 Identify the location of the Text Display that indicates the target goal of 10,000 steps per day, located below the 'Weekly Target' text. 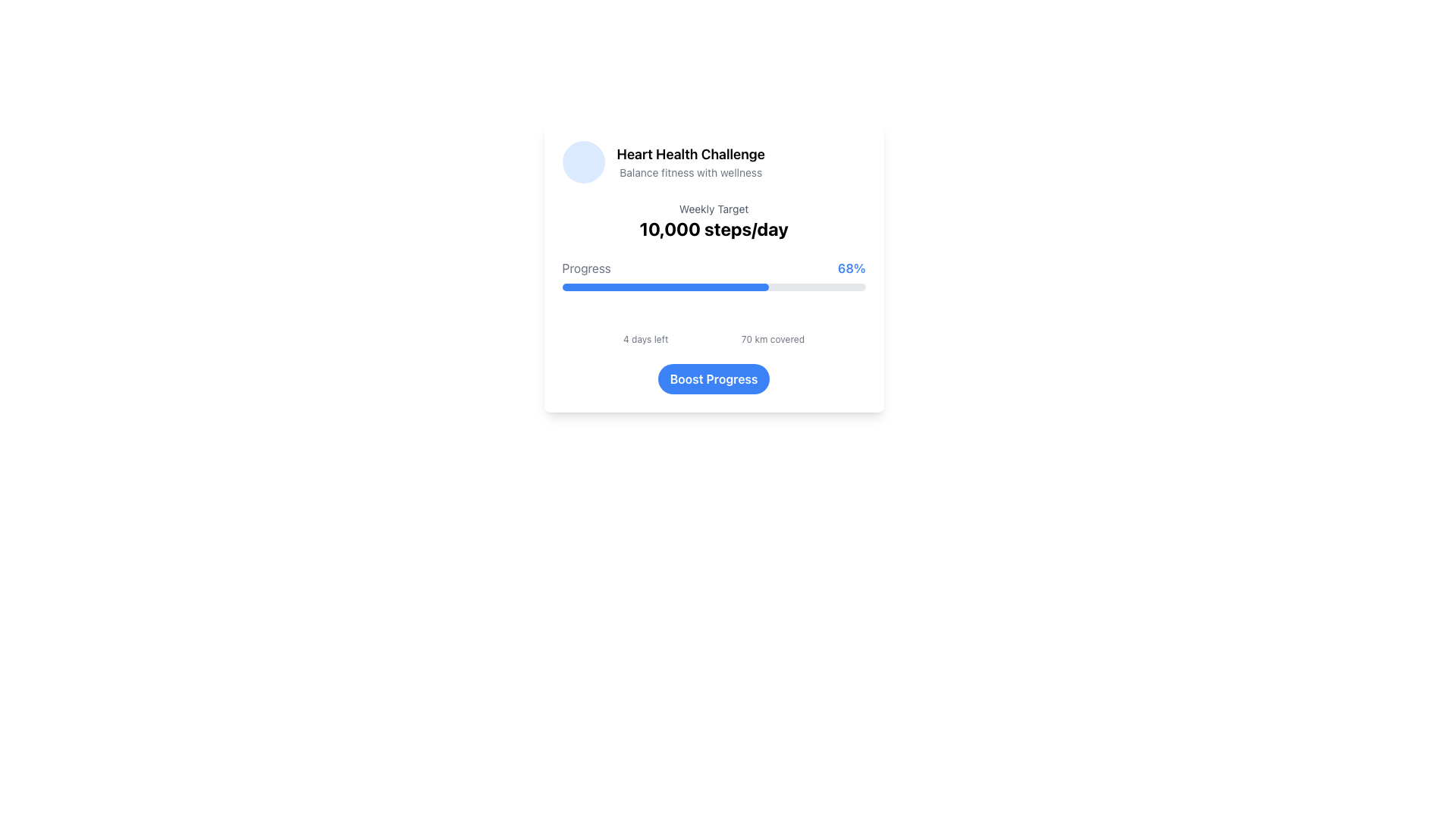
(713, 228).